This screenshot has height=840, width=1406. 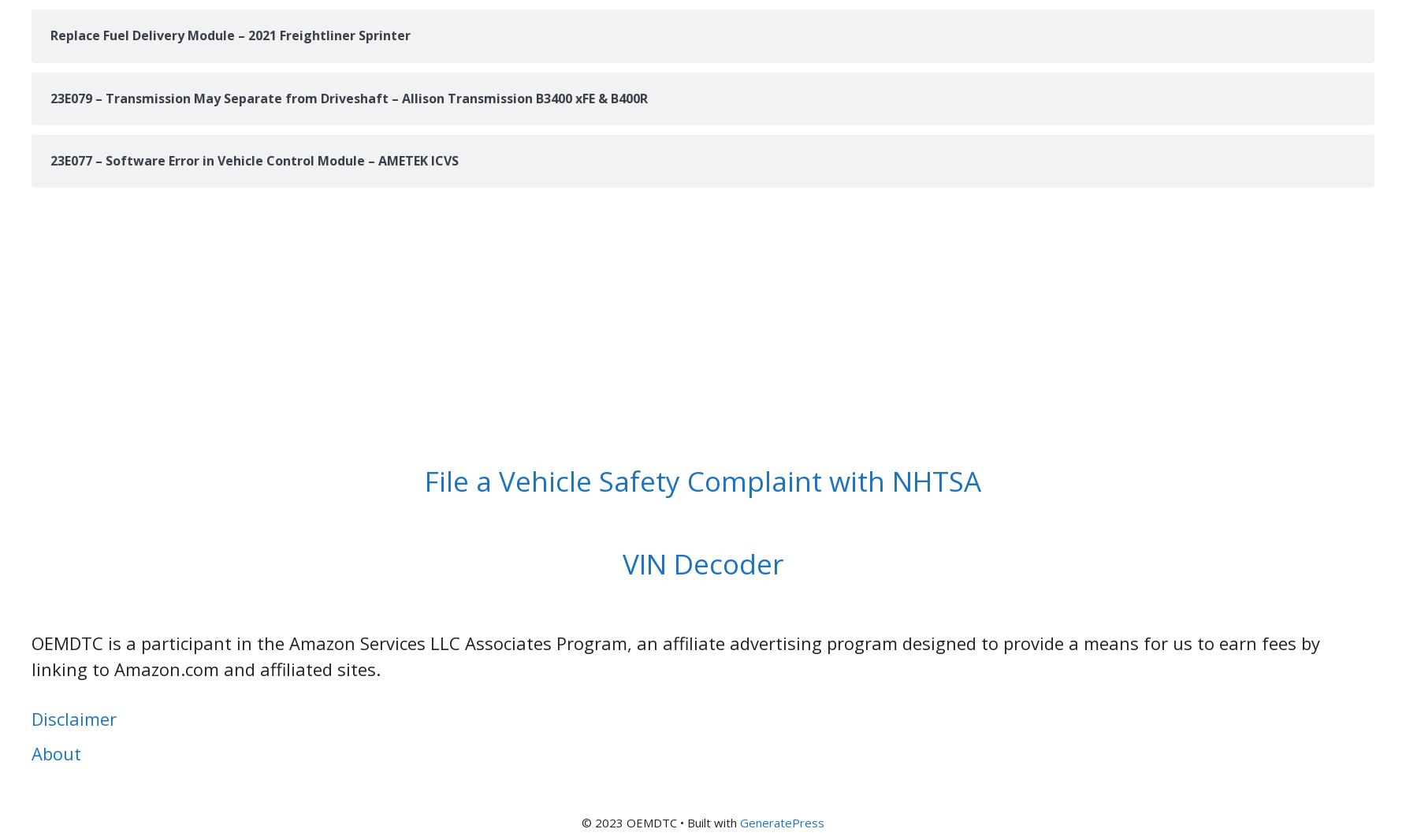 I want to click on 'GeneratePress', so click(x=739, y=821).